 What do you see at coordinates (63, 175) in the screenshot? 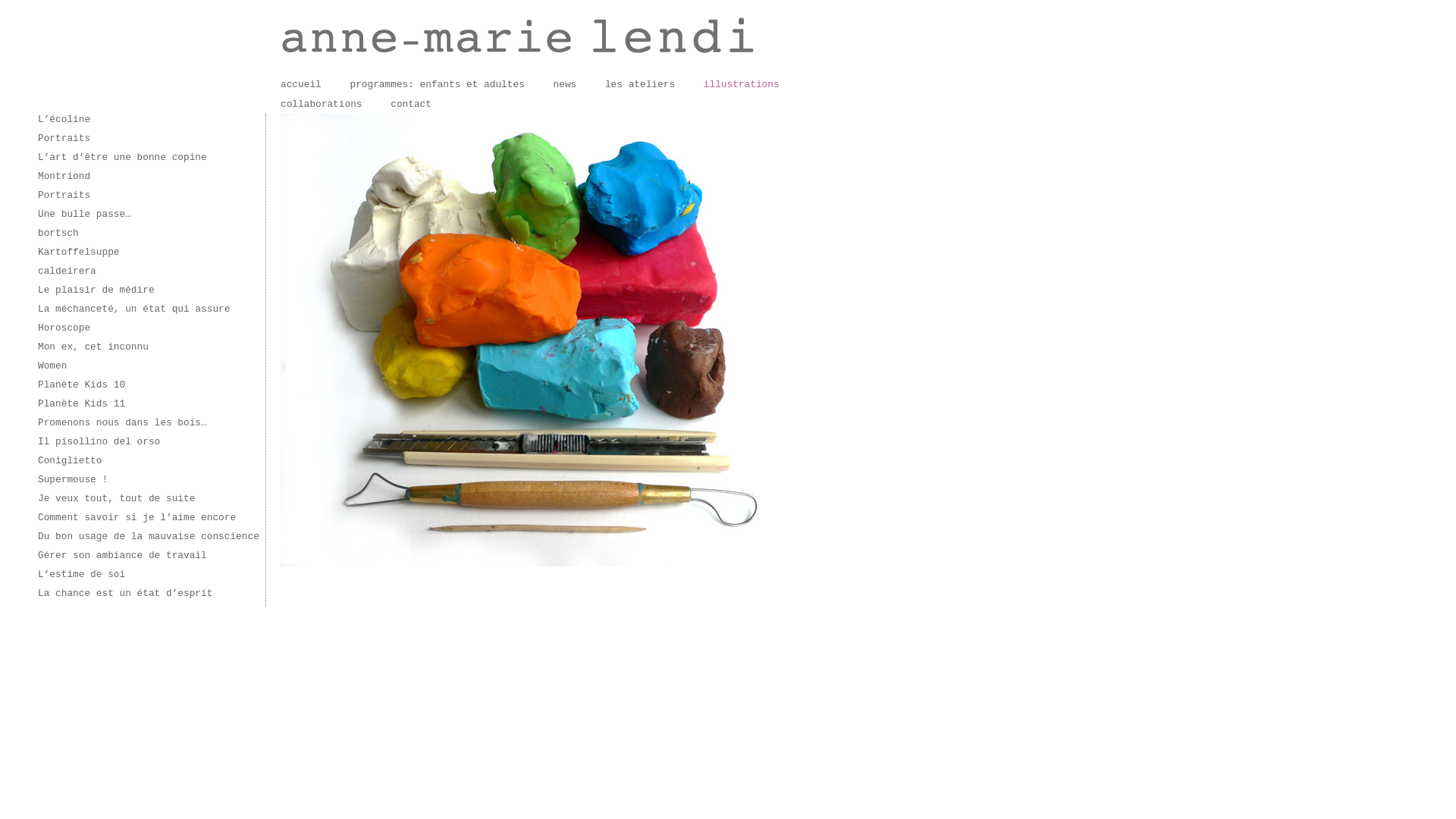
I see `'Montriond'` at bounding box center [63, 175].